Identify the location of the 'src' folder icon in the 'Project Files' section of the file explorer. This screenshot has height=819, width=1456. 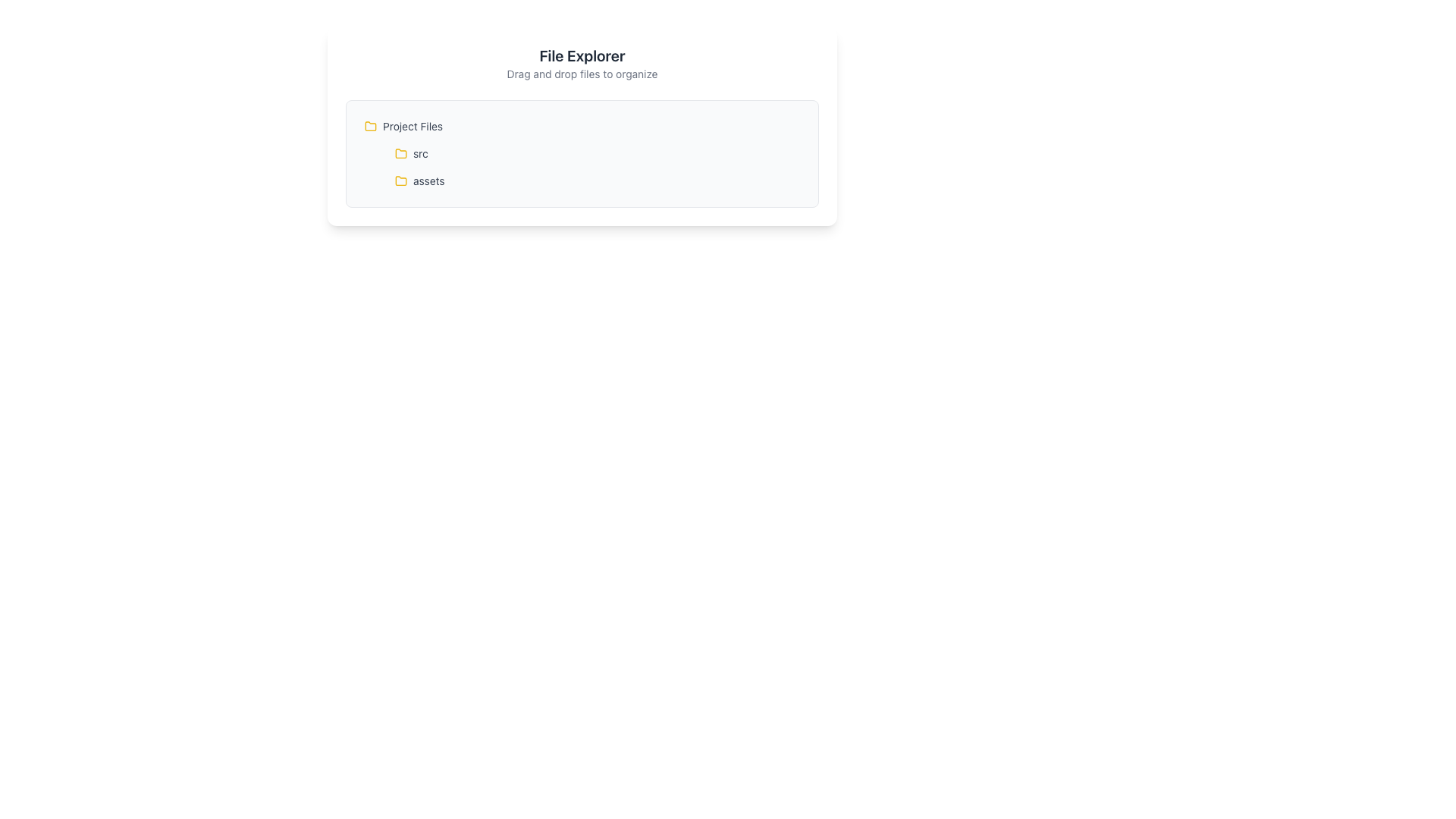
(400, 152).